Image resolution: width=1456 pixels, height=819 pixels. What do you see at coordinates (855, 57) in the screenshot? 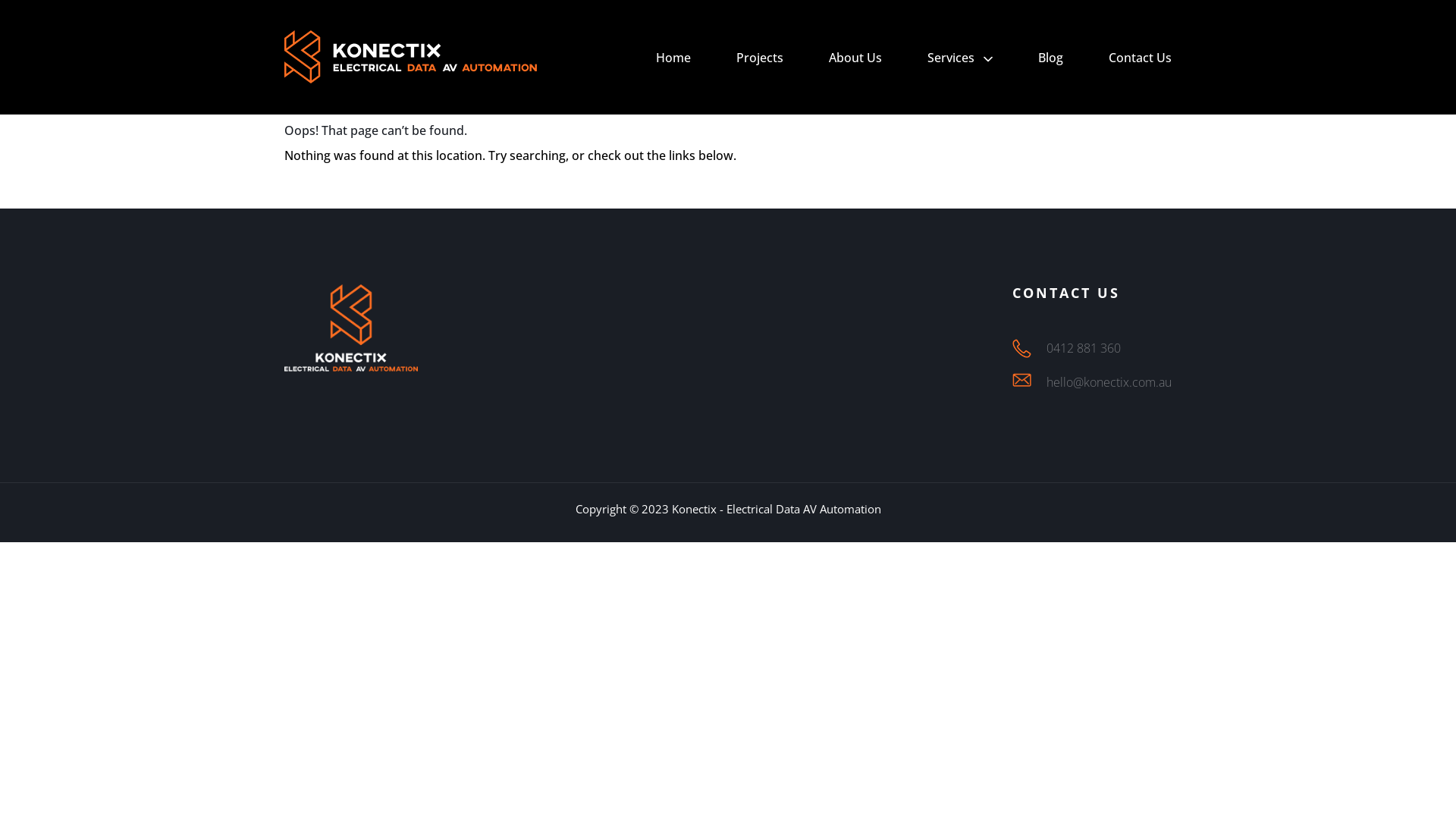
I see `'About Us'` at bounding box center [855, 57].